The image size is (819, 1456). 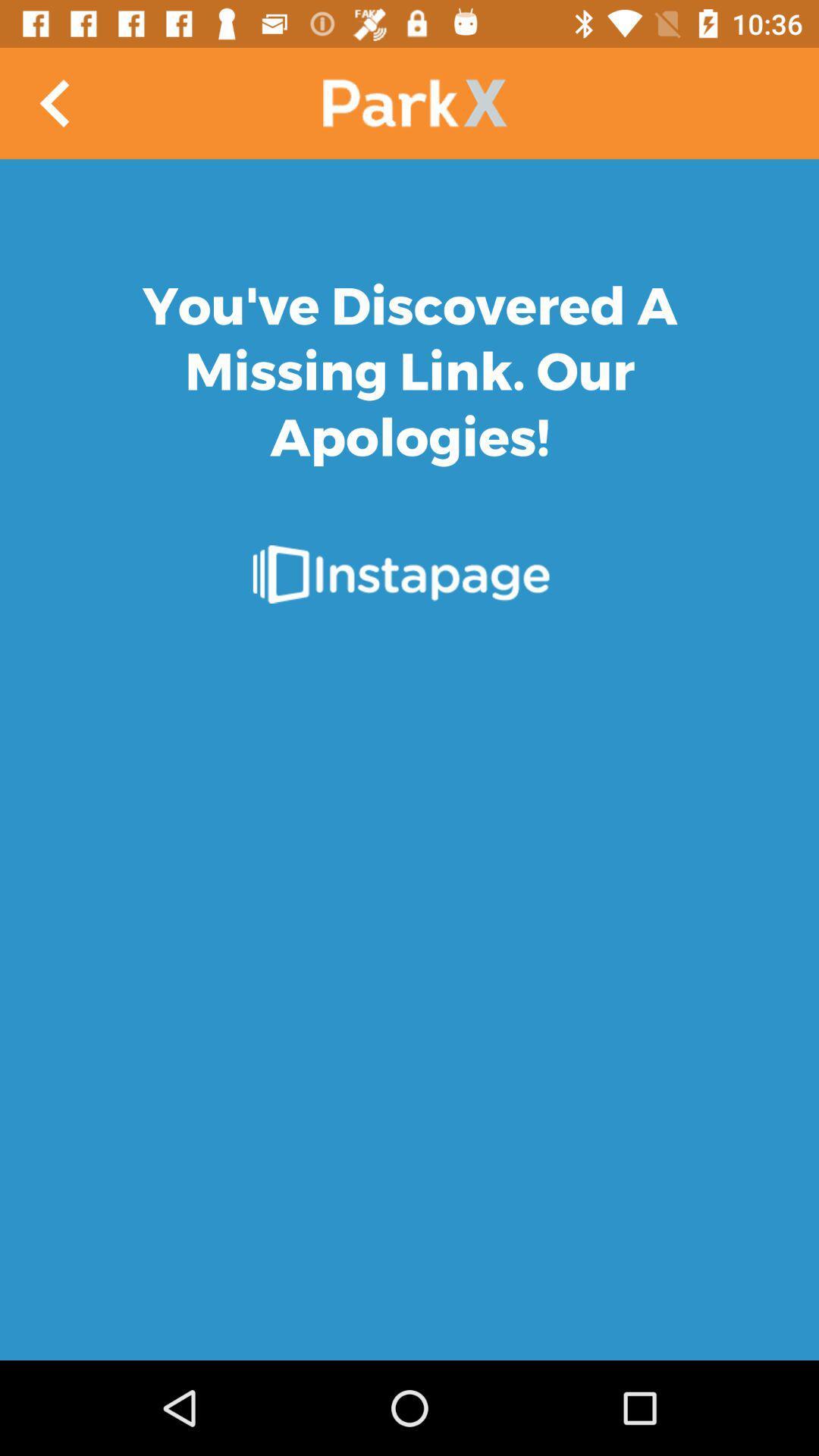 What do you see at coordinates (55, 102) in the screenshot?
I see `previous` at bounding box center [55, 102].